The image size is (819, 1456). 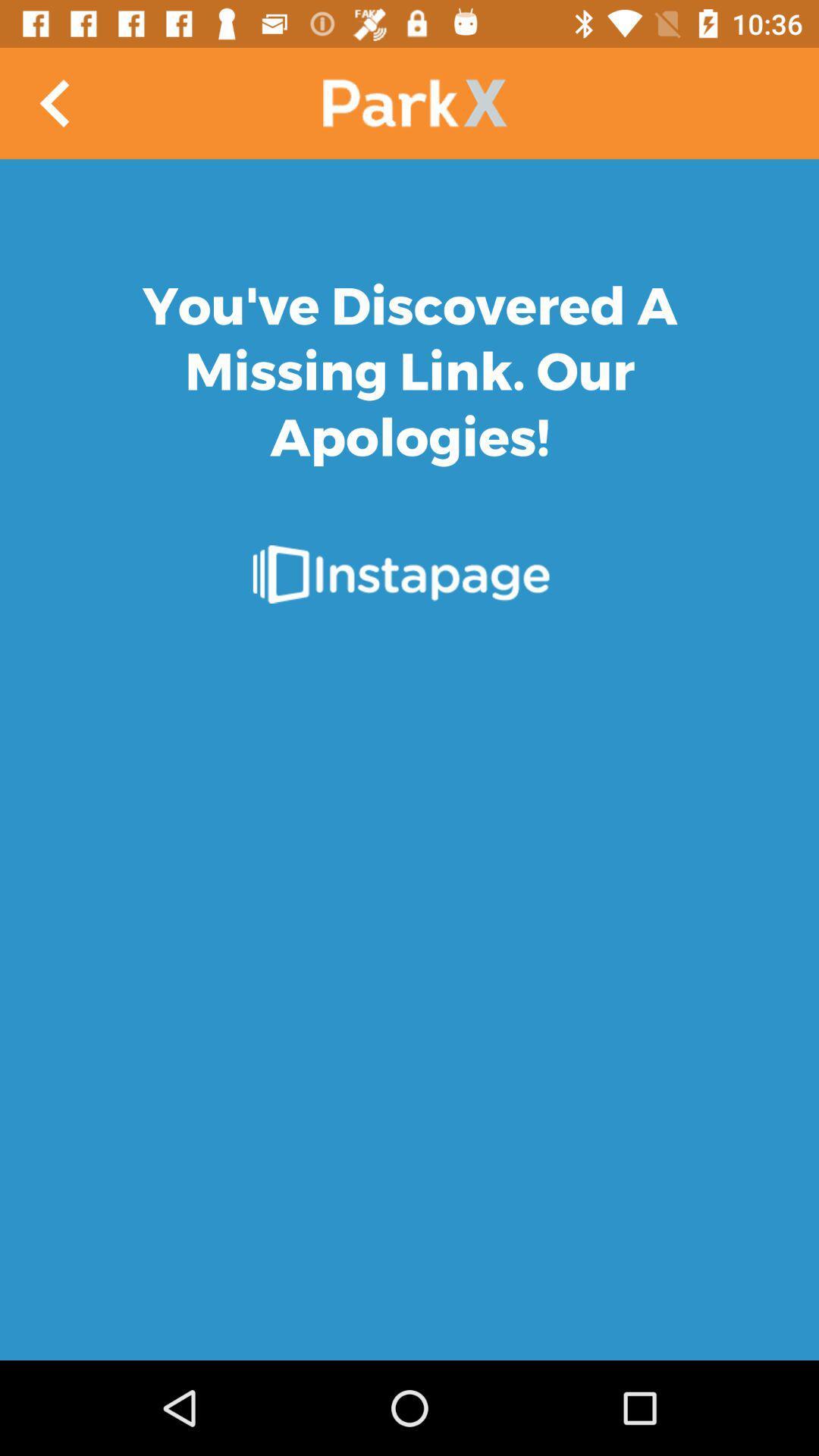 What do you see at coordinates (55, 102) in the screenshot?
I see `previous` at bounding box center [55, 102].